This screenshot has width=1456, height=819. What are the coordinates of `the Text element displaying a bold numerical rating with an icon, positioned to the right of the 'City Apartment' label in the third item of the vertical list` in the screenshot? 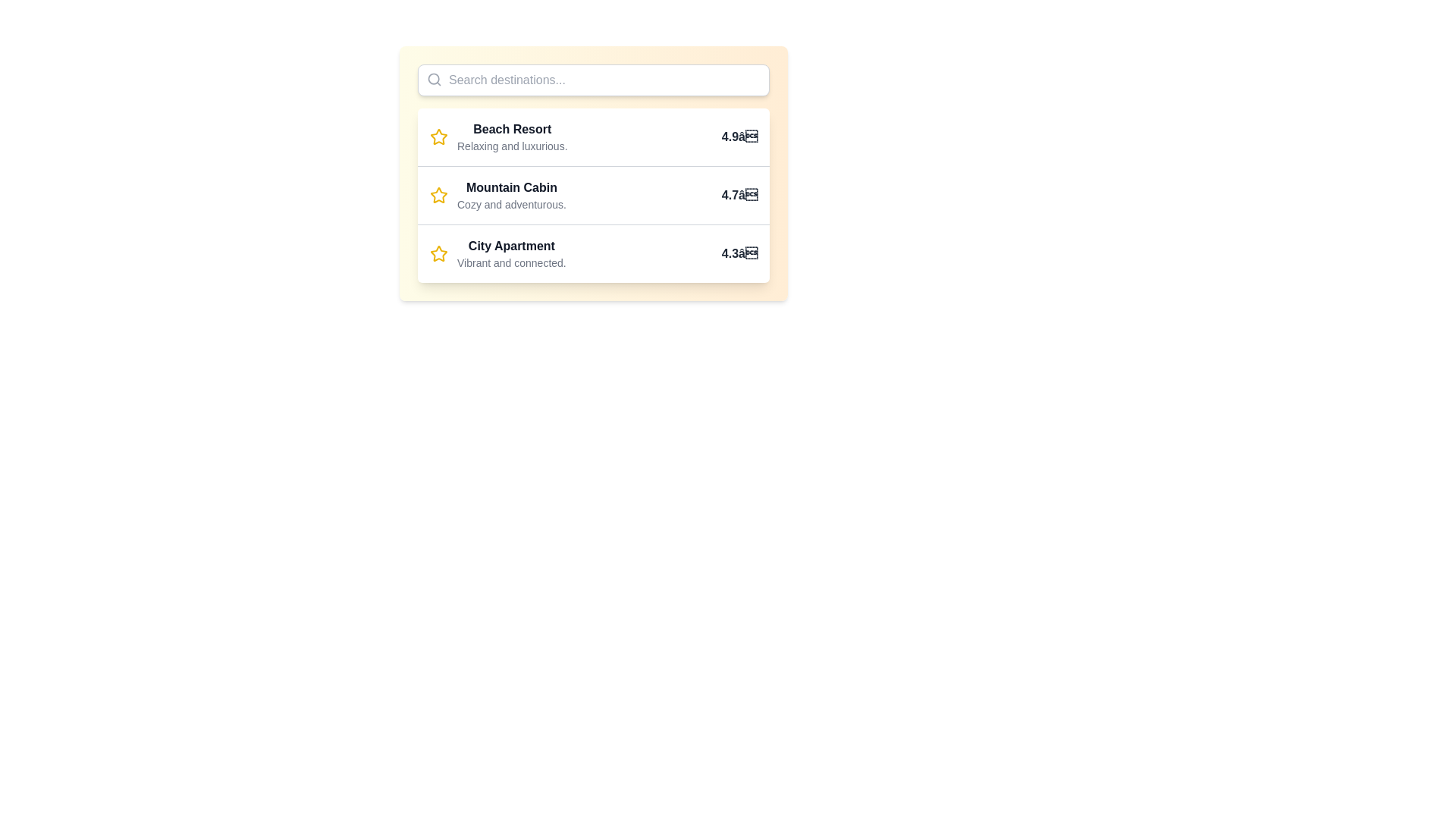 It's located at (739, 253).